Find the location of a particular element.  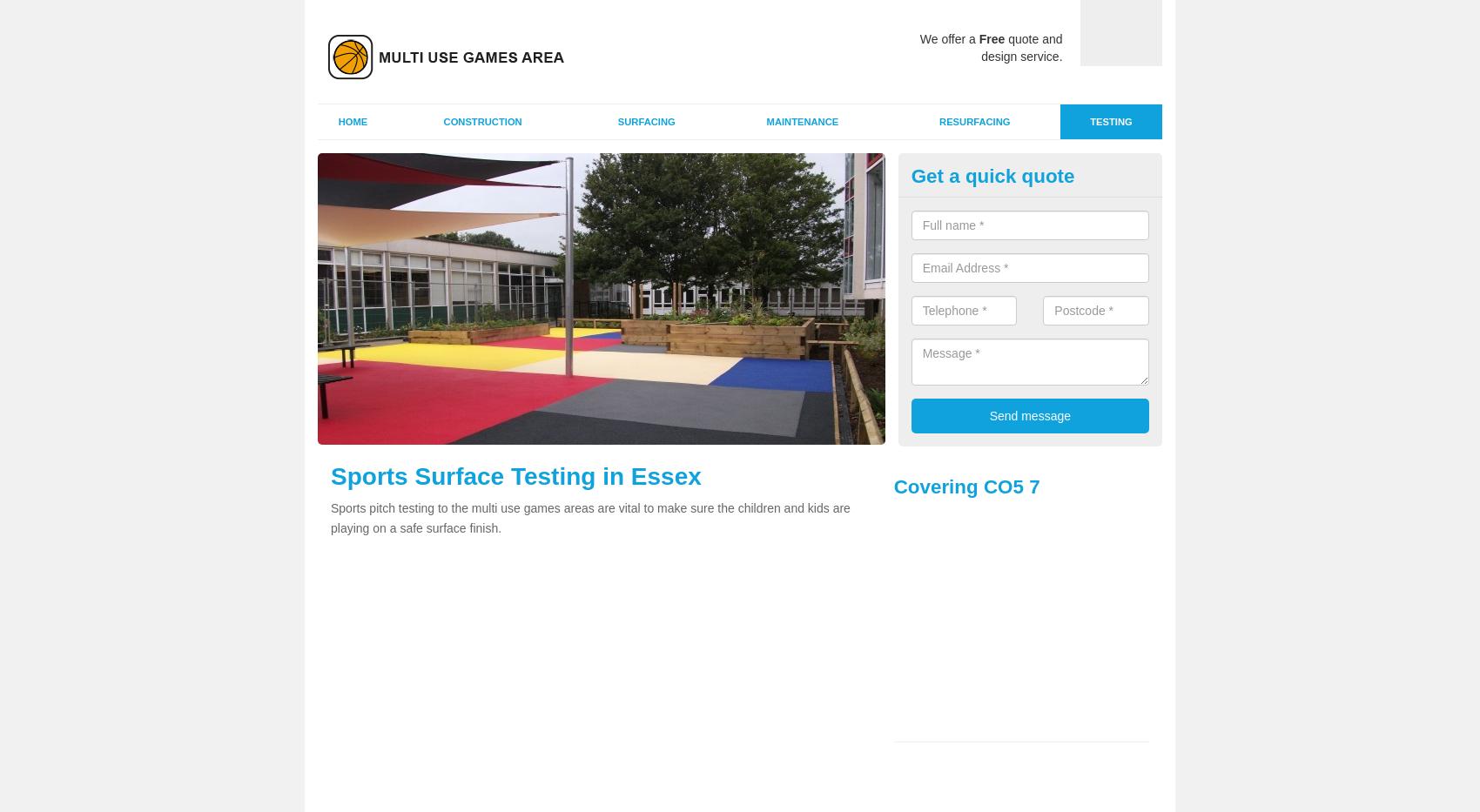

'Maintenance' is located at coordinates (765, 121).